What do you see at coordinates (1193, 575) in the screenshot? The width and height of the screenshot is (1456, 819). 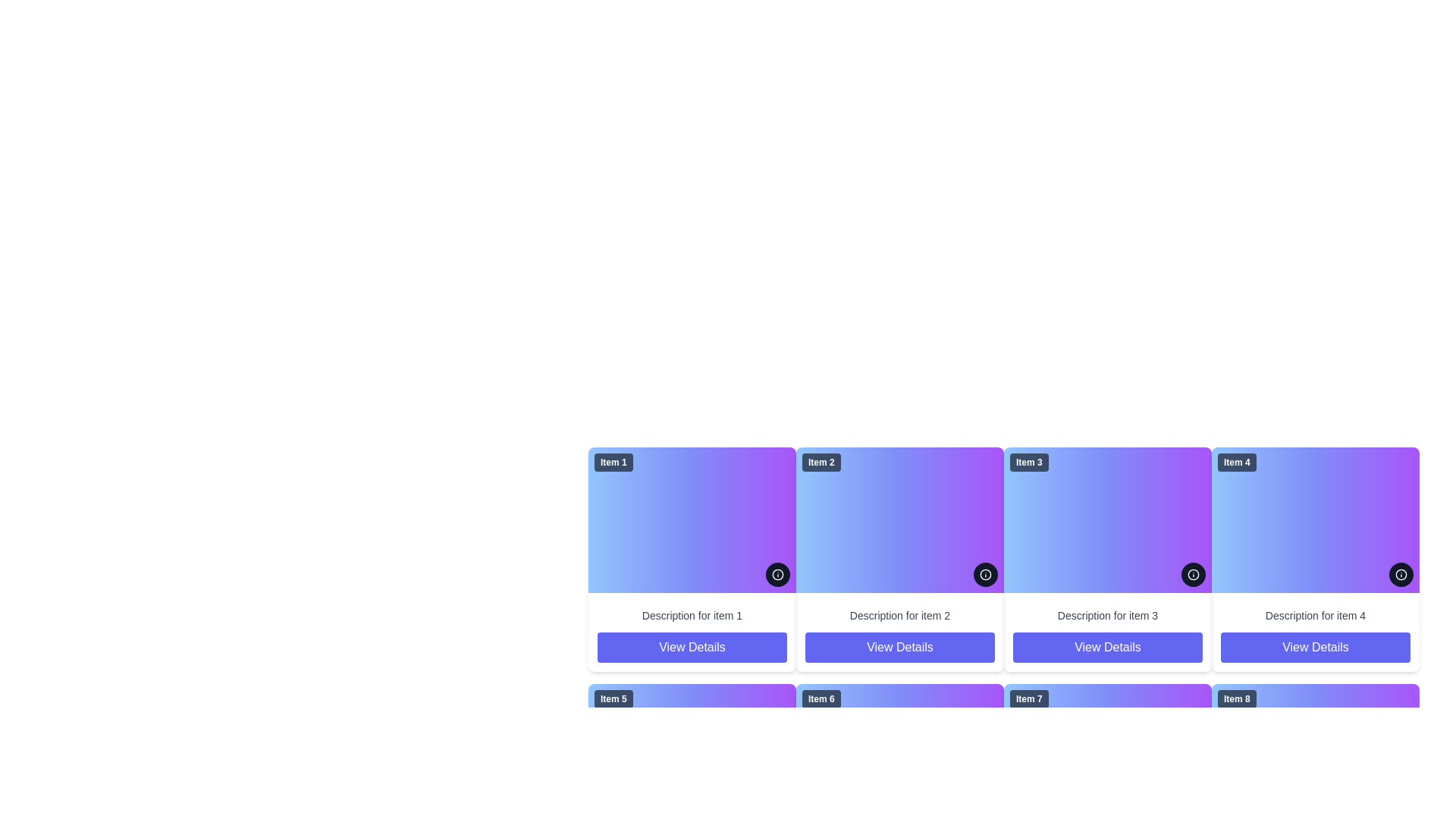 I see `the circular SVG element that is part of the information icon located in the bottom-right corner of the third card in the upper row of the grid for accessibility` at bounding box center [1193, 575].